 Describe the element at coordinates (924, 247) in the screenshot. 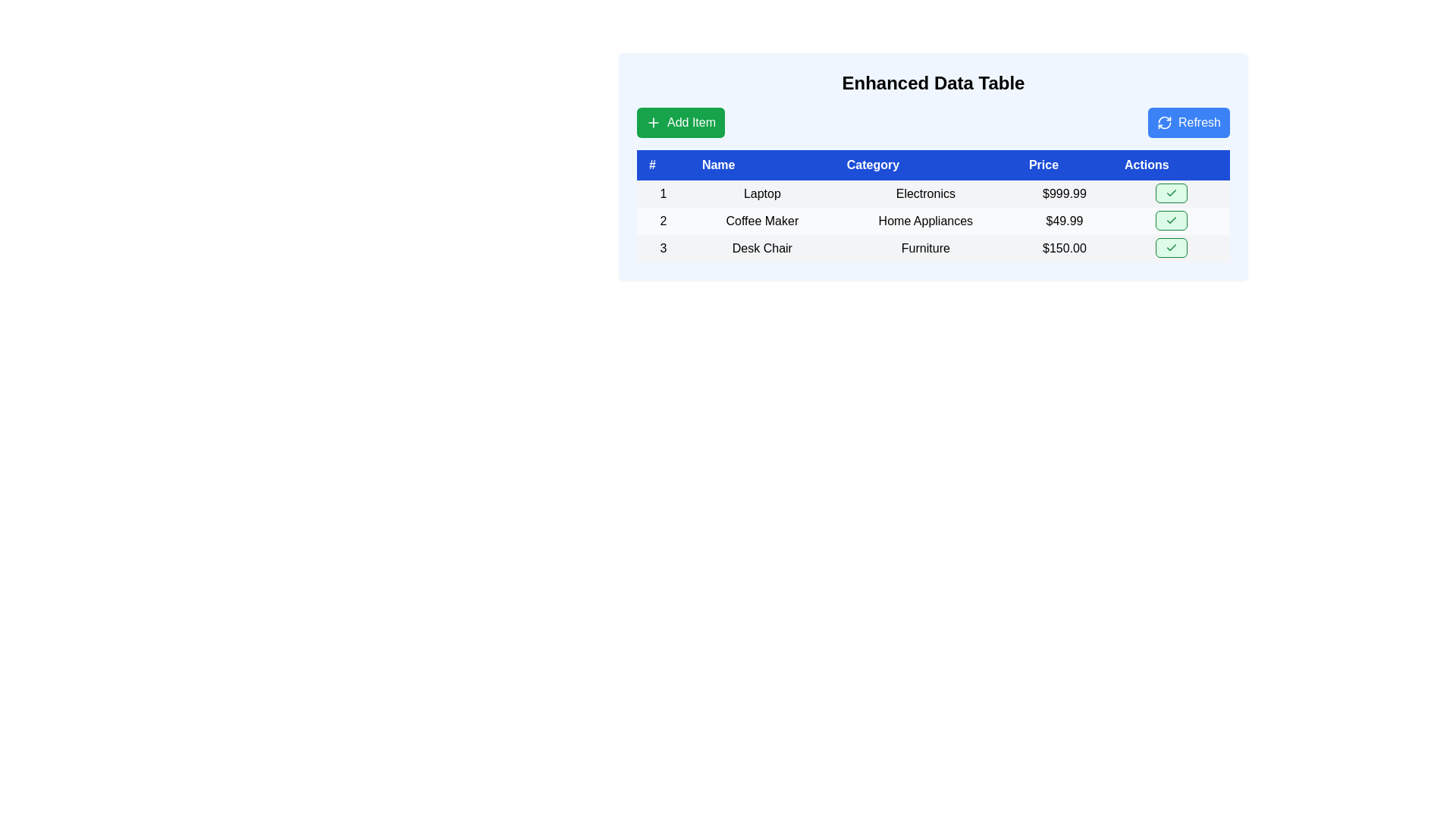

I see `text label 'Furniture' which is displayed in plain black text on a light gray background, located in the third row of the table under the 'Category' column` at that location.